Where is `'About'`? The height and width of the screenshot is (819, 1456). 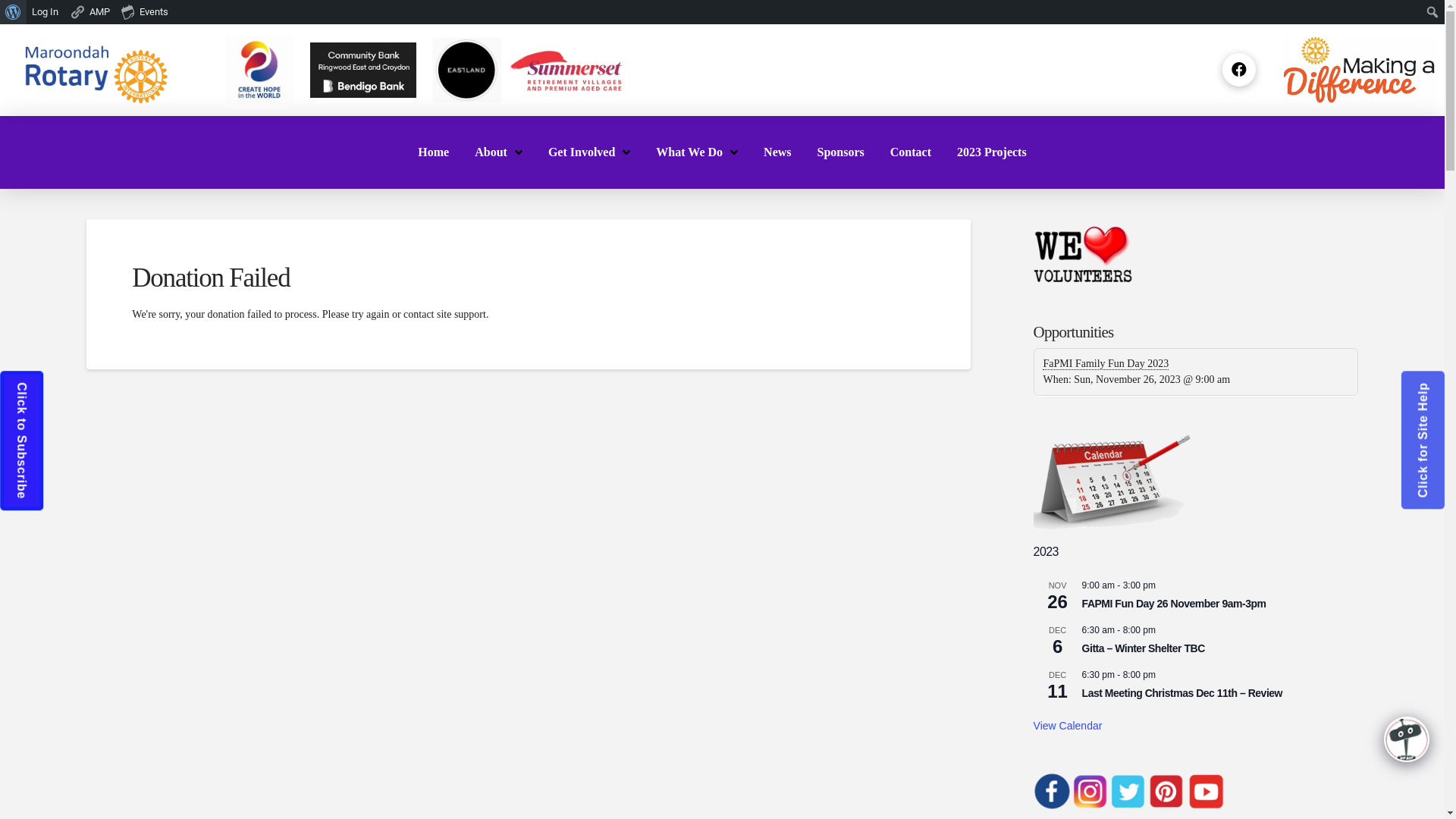
'About' is located at coordinates (498, 152).